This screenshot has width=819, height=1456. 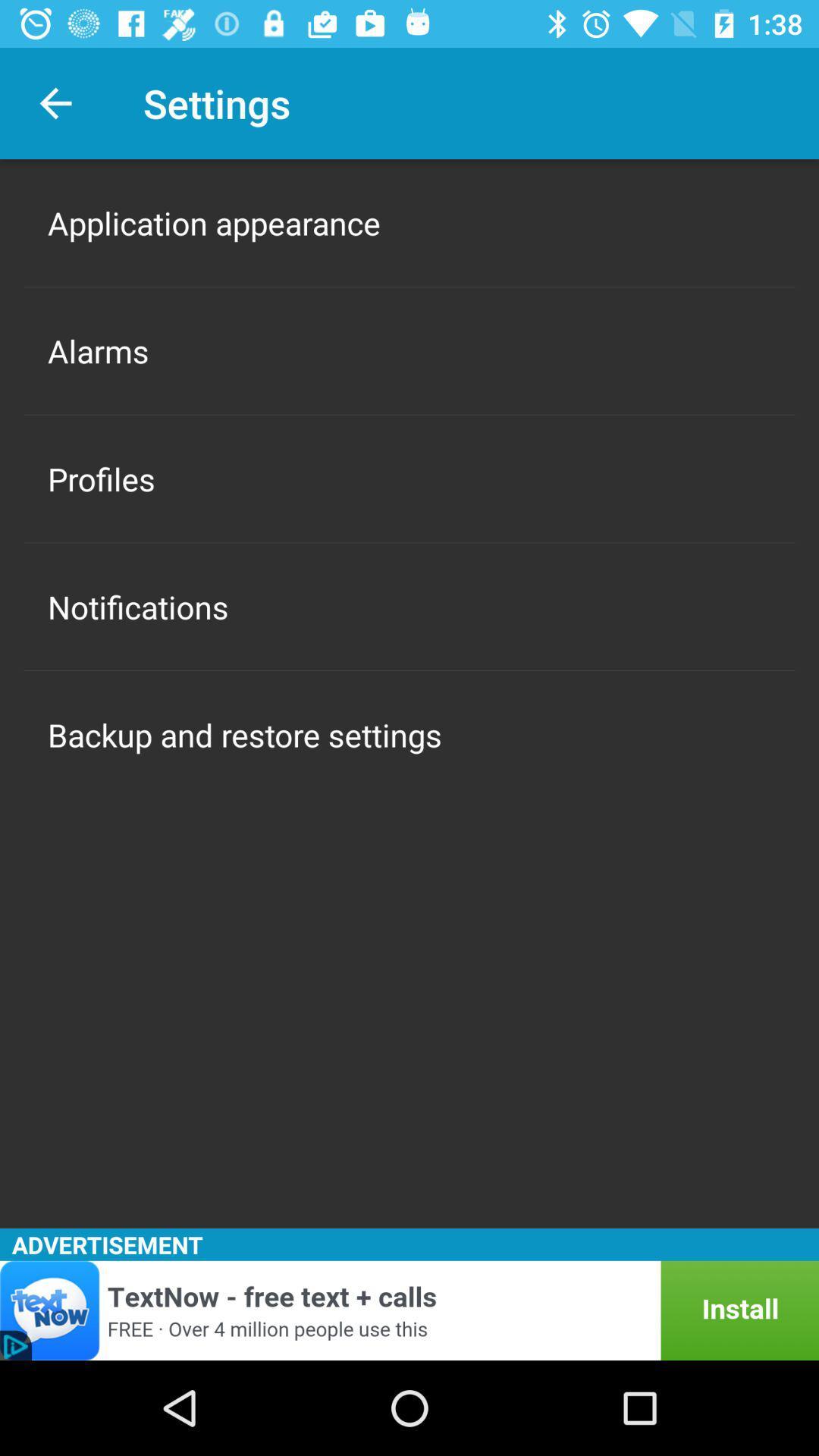 I want to click on click for advertisement, so click(x=409, y=1310).